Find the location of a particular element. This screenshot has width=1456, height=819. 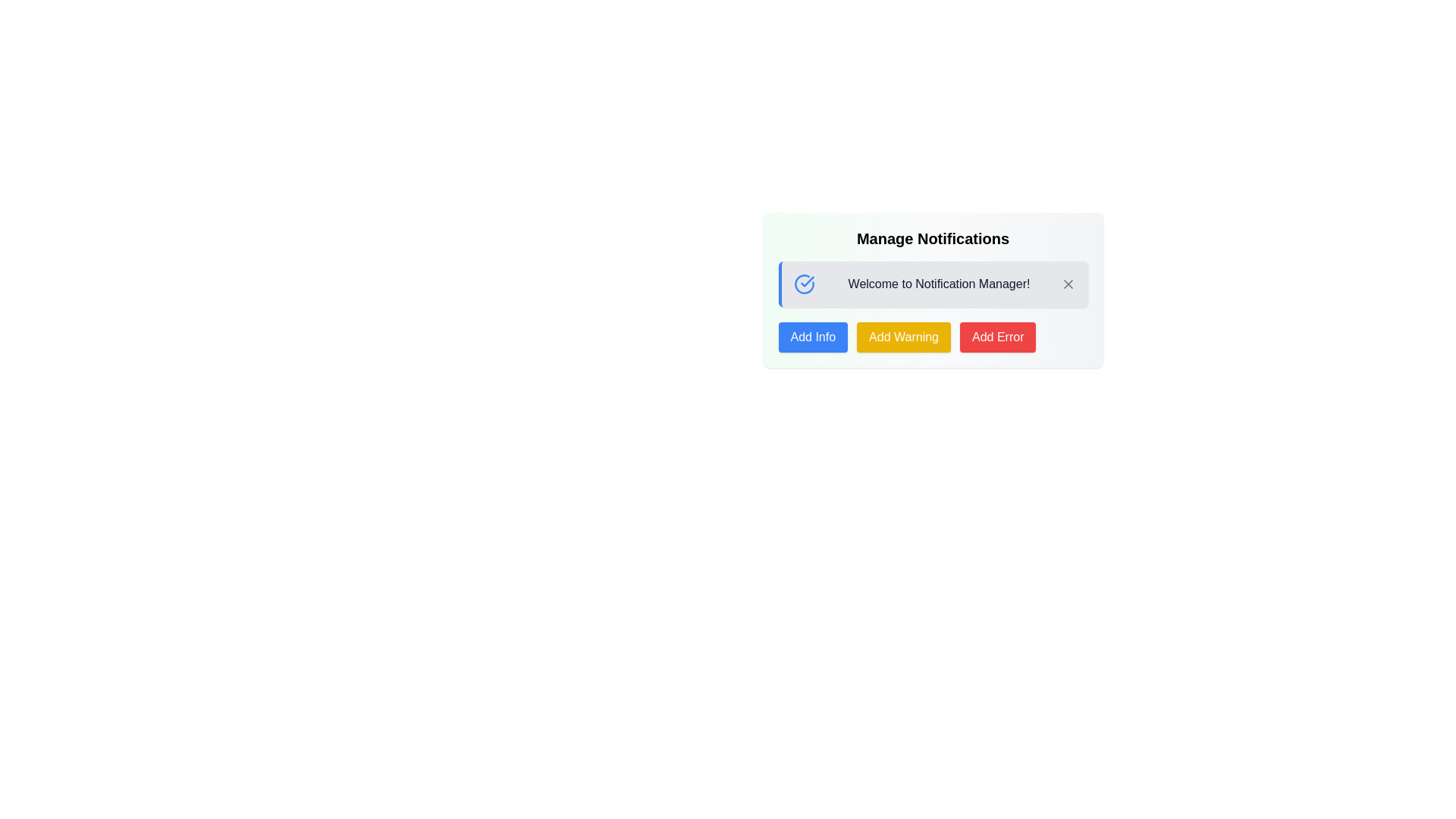

the Close icon located at the top-right corner of the notification box, which is used for dismissing or closing notifications is located at coordinates (1067, 284).